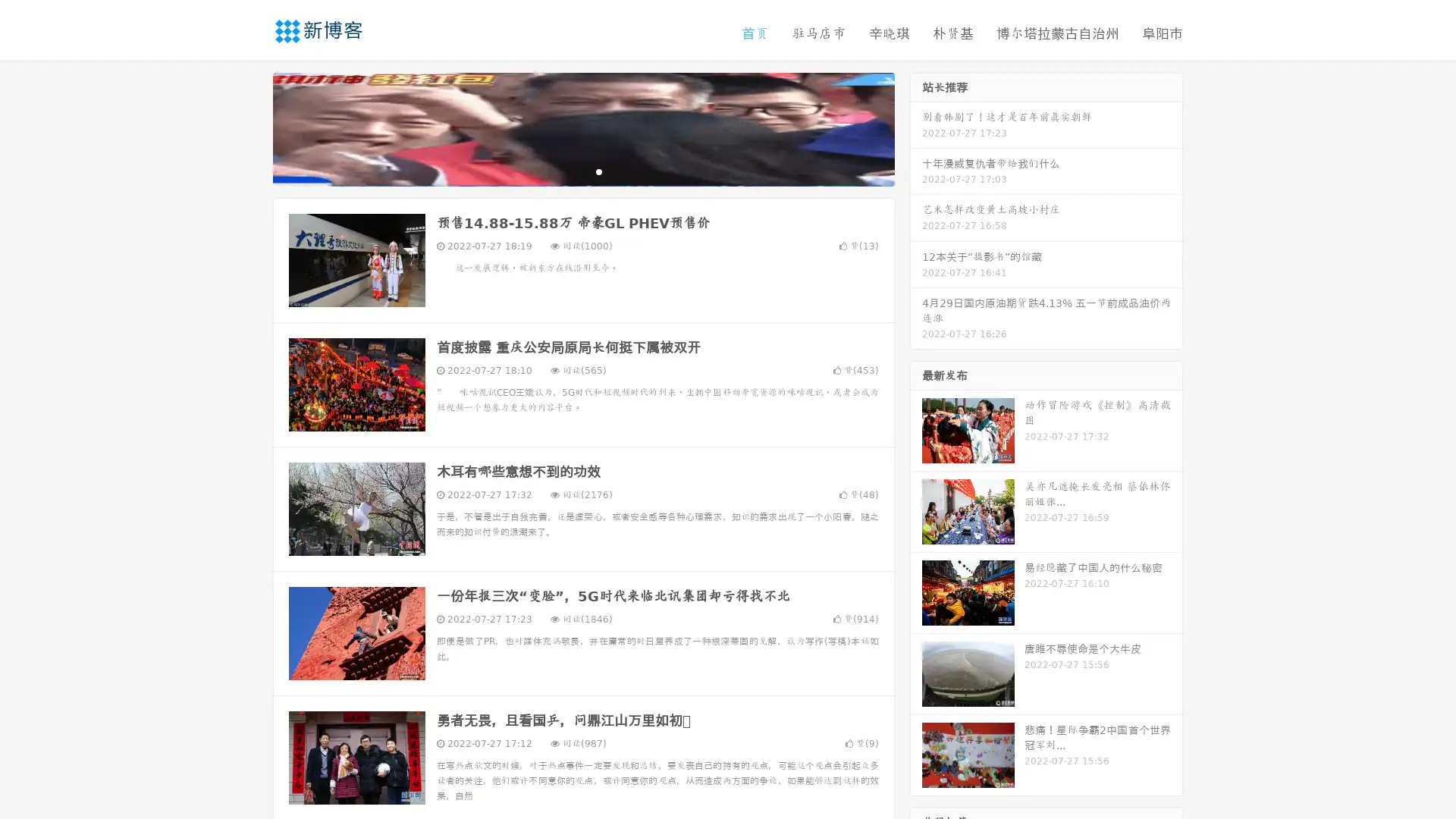 The height and width of the screenshot is (819, 1456). I want to click on Go to slide 2, so click(582, 171).